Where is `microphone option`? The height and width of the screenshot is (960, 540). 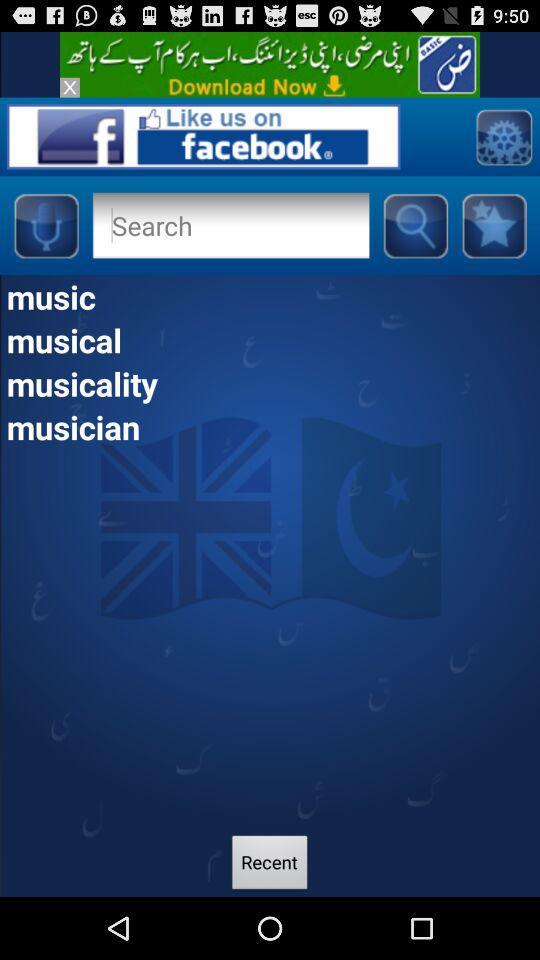
microphone option is located at coordinates (45, 225).